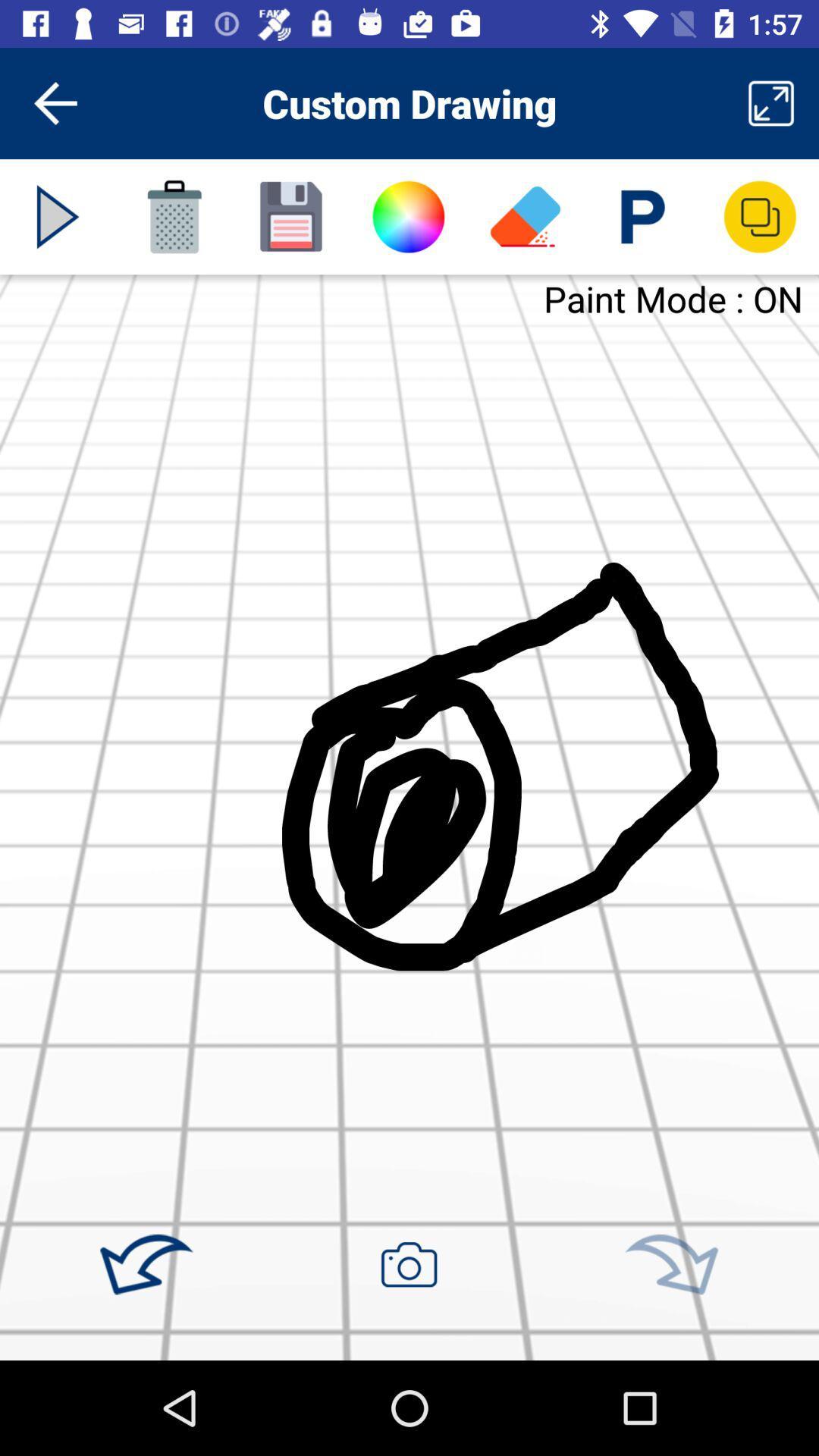  Describe the element at coordinates (291, 216) in the screenshot. I see `image` at that location.